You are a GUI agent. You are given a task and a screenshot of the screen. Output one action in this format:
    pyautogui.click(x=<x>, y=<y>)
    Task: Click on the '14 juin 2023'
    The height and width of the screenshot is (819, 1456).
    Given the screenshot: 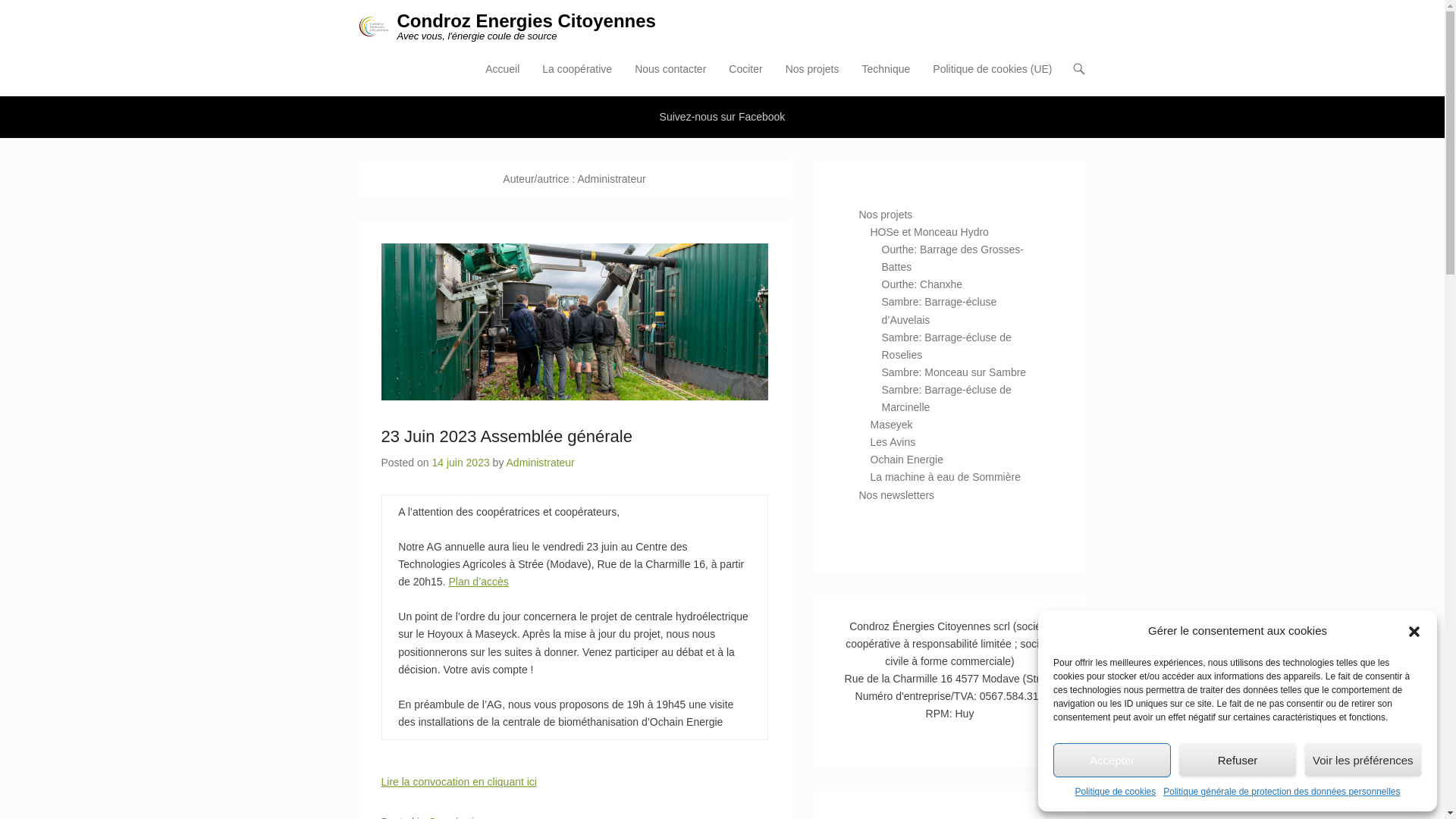 What is the action you would take?
    pyautogui.click(x=459, y=461)
    